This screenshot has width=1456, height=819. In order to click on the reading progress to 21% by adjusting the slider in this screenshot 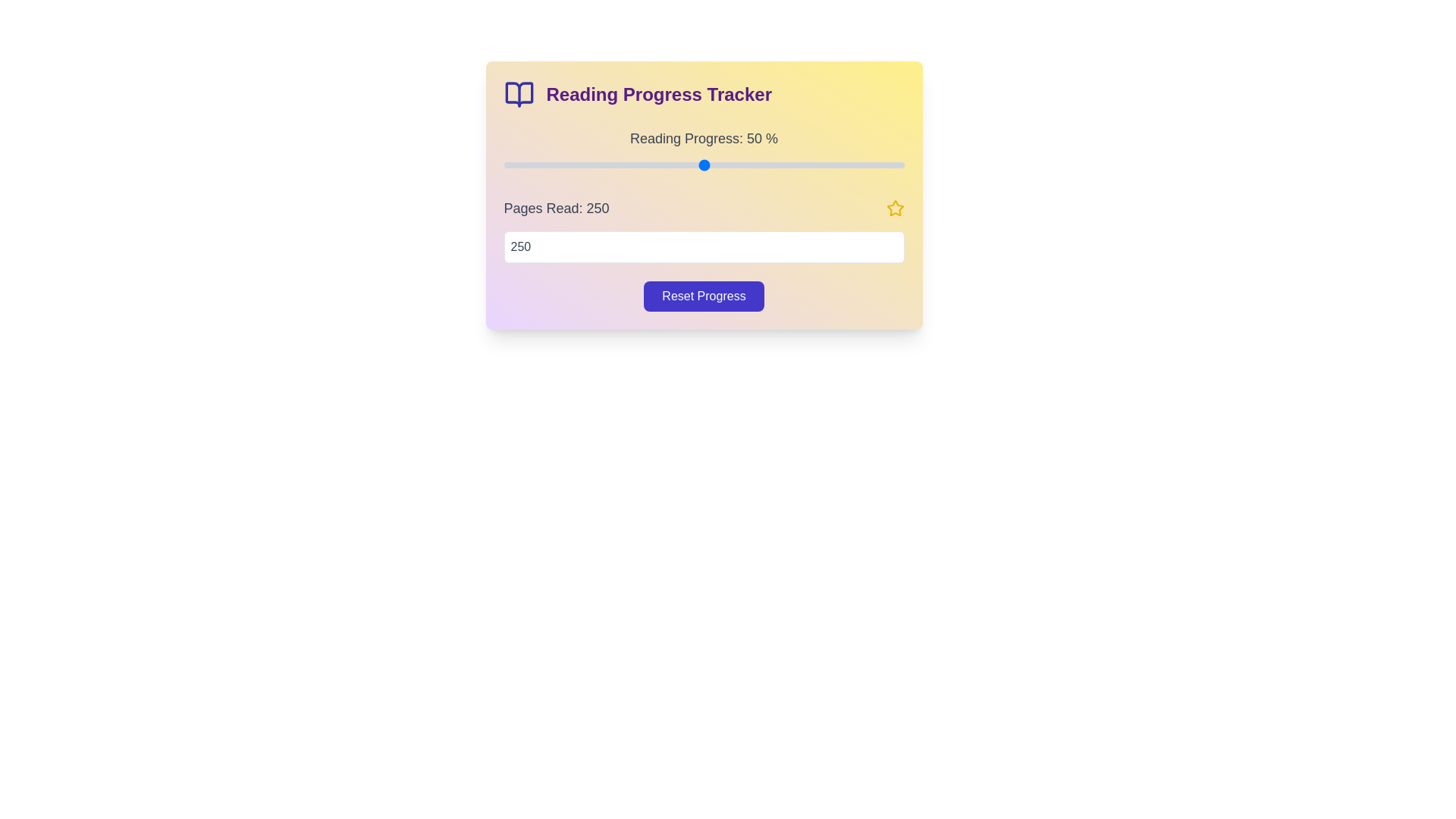, I will do `click(587, 165)`.